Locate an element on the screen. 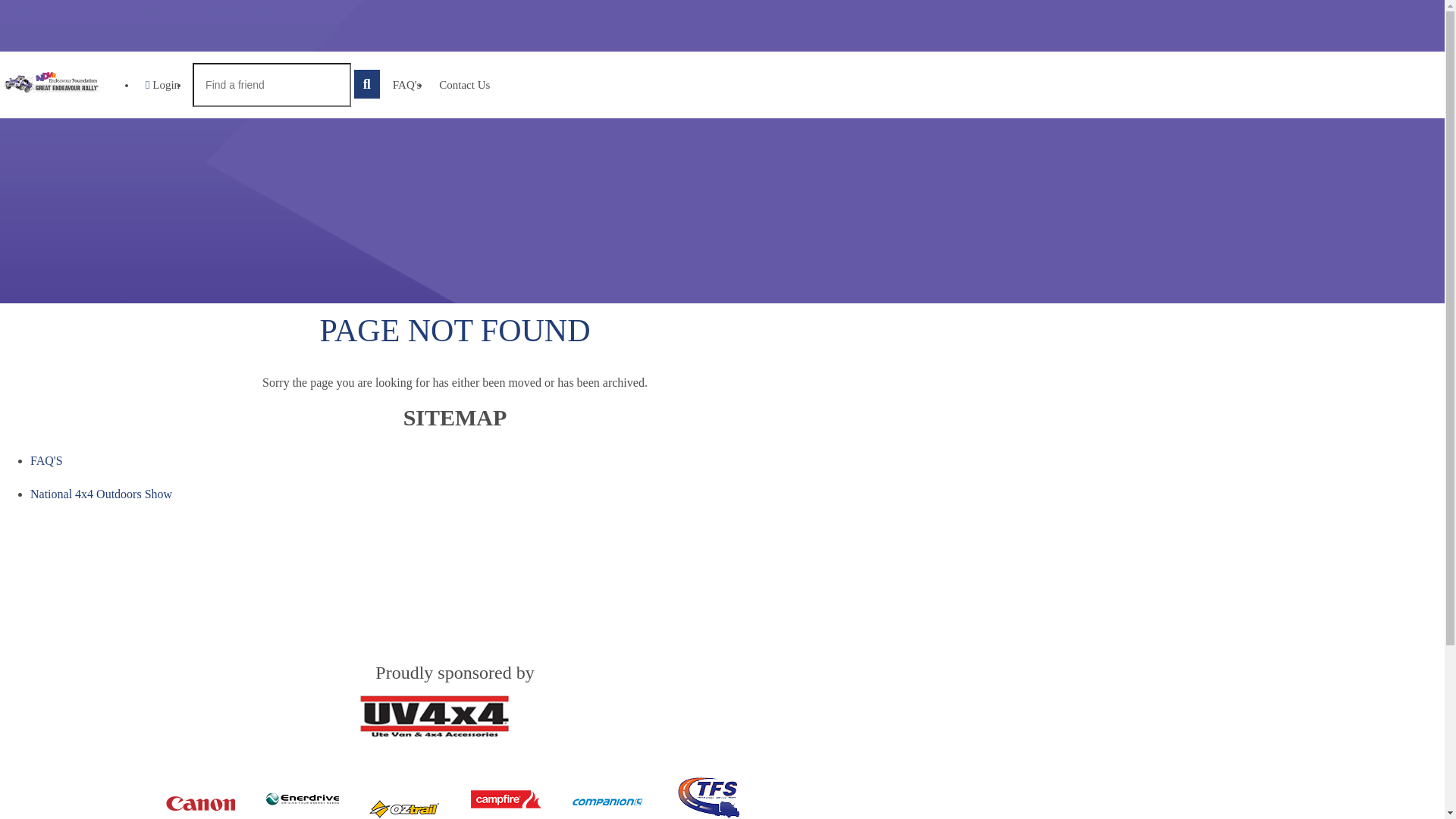 This screenshot has width=1456, height=819. 'Login' is located at coordinates (162, 84).